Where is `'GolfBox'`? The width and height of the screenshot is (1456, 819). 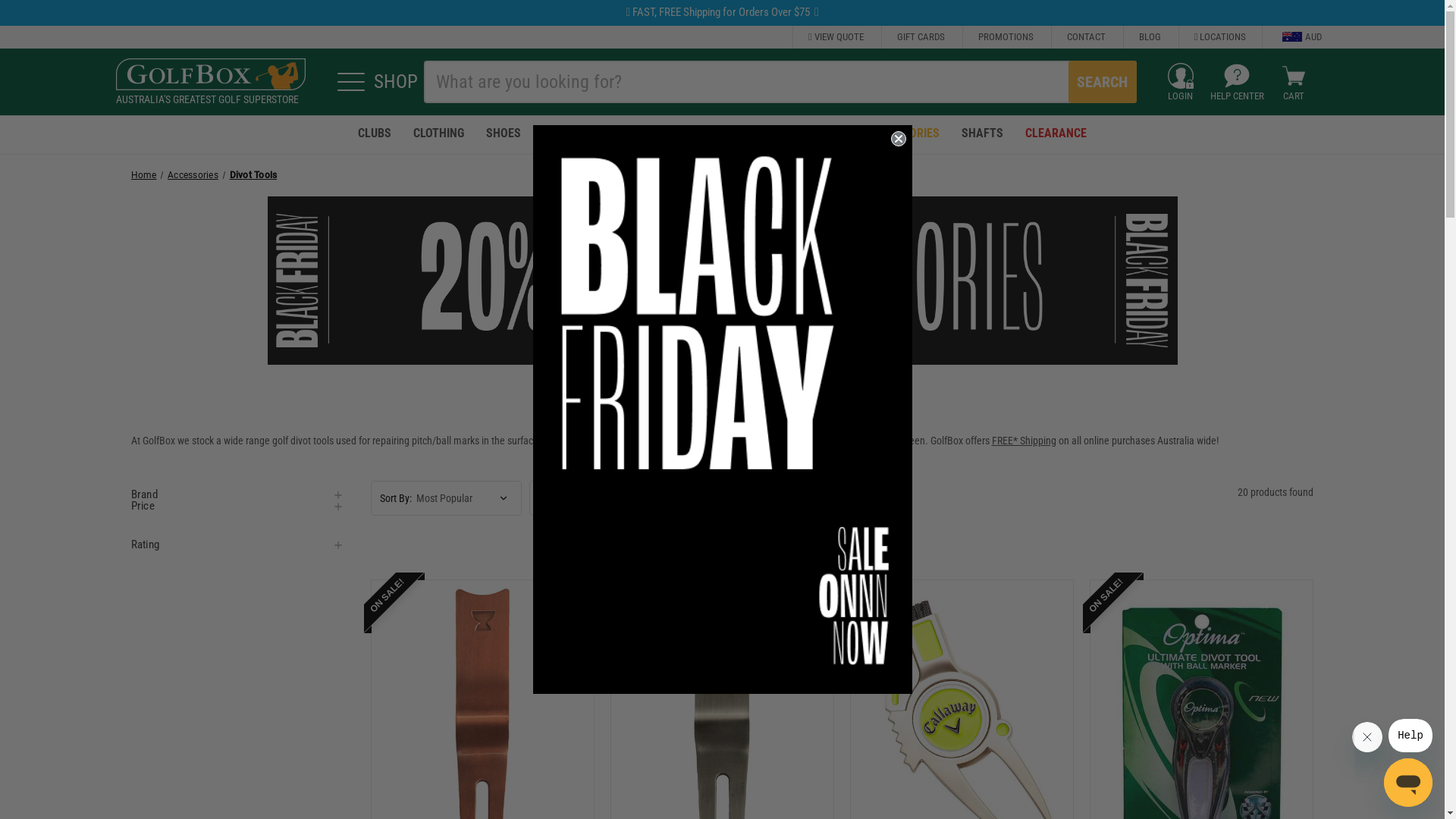 'GolfBox' is located at coordinates (209, 74).